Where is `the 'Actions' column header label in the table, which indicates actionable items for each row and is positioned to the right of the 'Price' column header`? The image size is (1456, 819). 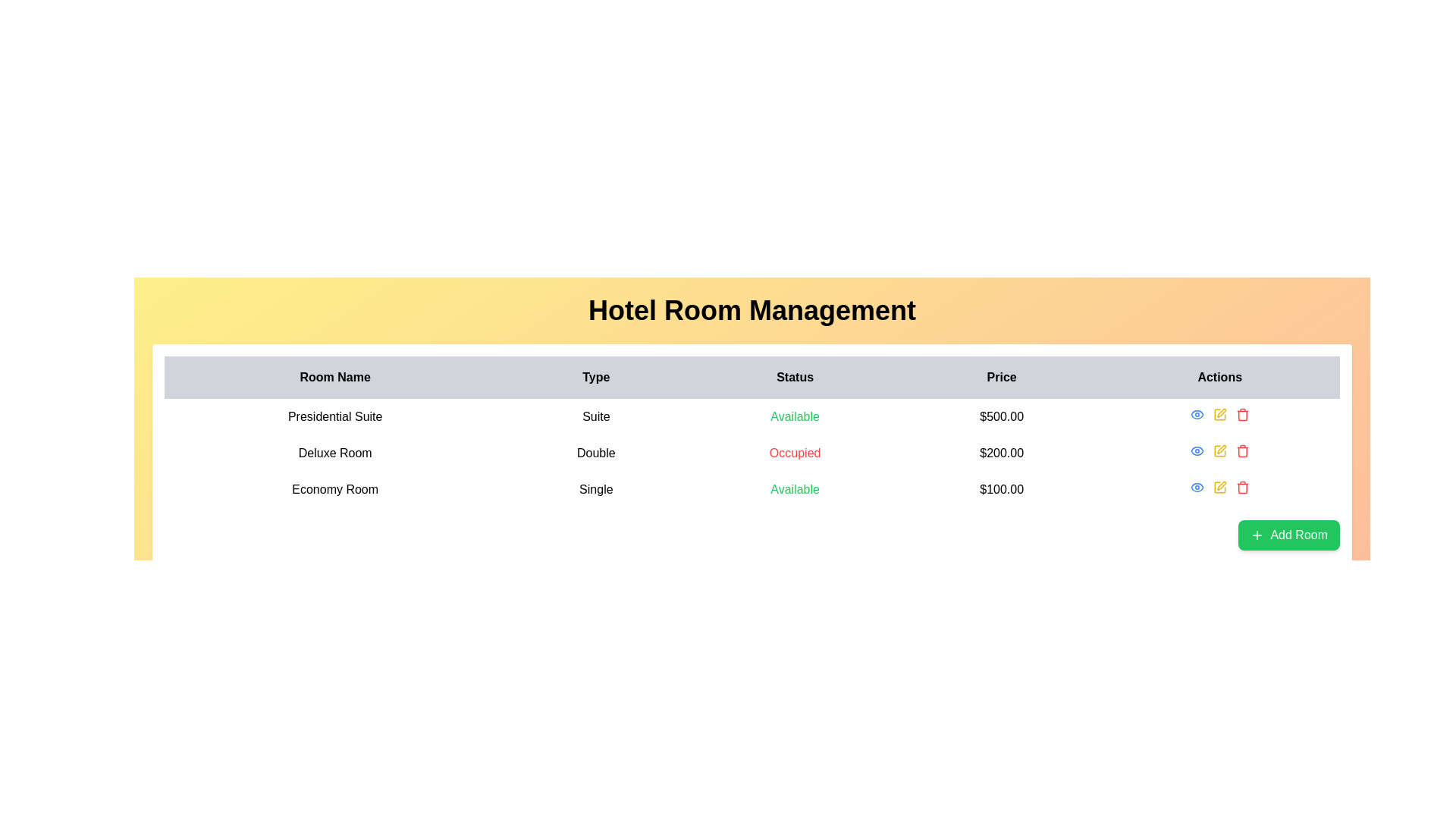
the 'Actions' column header label in the table, which indicates actionable items for each row and is positioned to the right of the 'Price' column header is located at coordinates (1219, 376).